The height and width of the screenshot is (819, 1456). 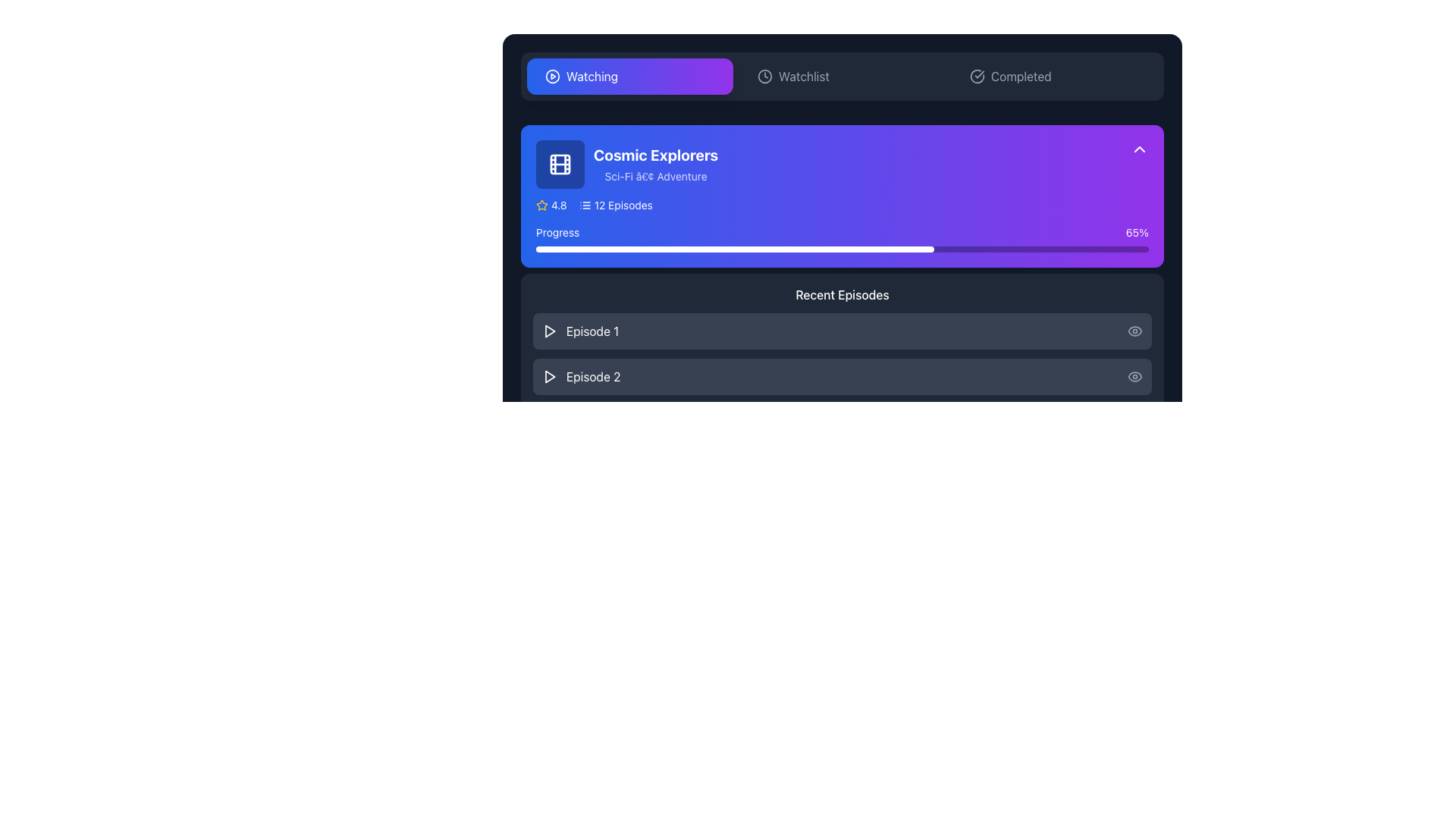 I want to click on progress bar, so click(x=1008, y=248).